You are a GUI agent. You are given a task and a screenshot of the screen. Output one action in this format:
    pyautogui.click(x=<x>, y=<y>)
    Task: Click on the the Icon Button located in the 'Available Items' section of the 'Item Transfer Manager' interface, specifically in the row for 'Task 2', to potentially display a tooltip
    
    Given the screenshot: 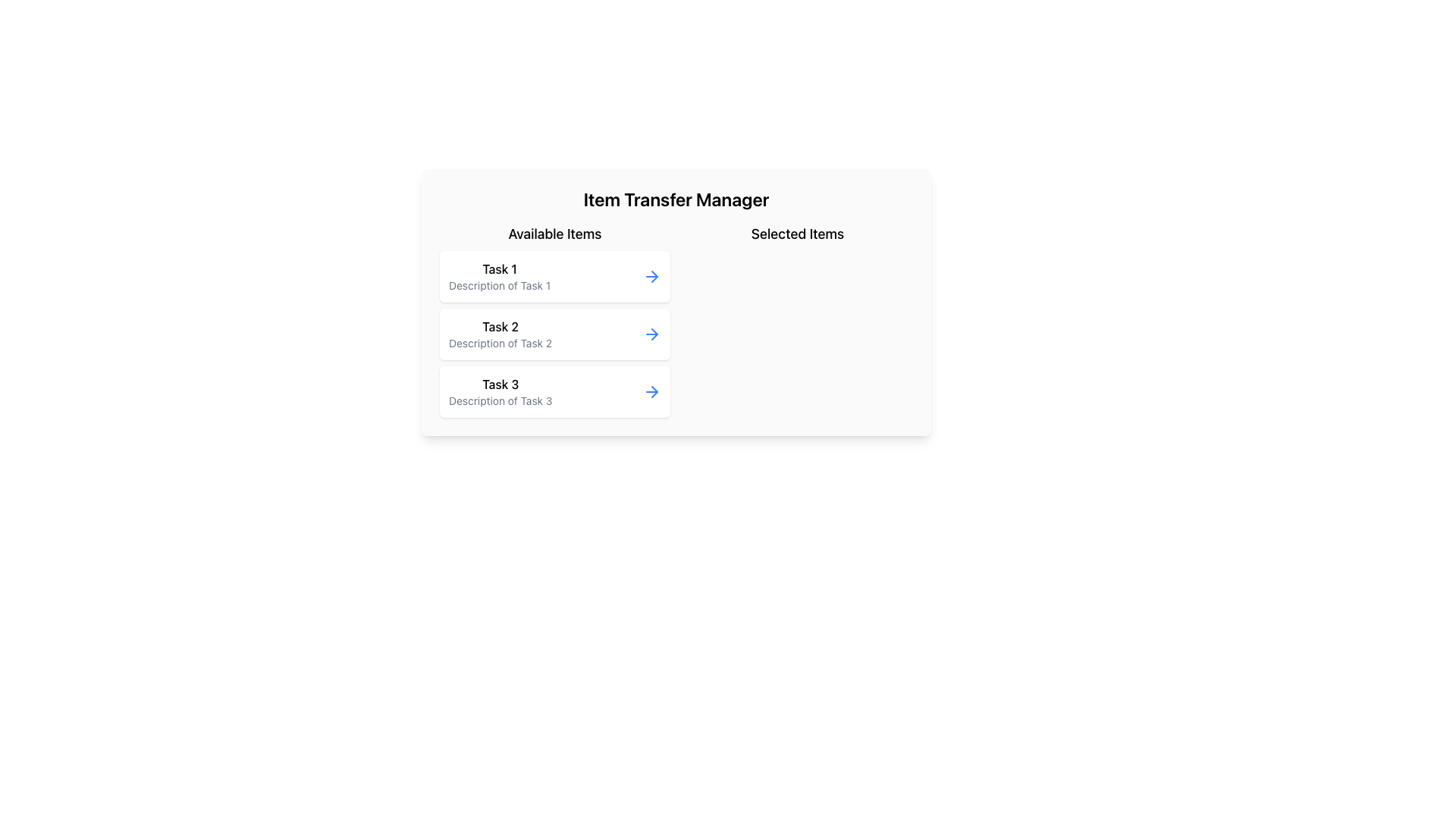 What is the action you would take?
    pyautogui.click(x=651, y=333)
    